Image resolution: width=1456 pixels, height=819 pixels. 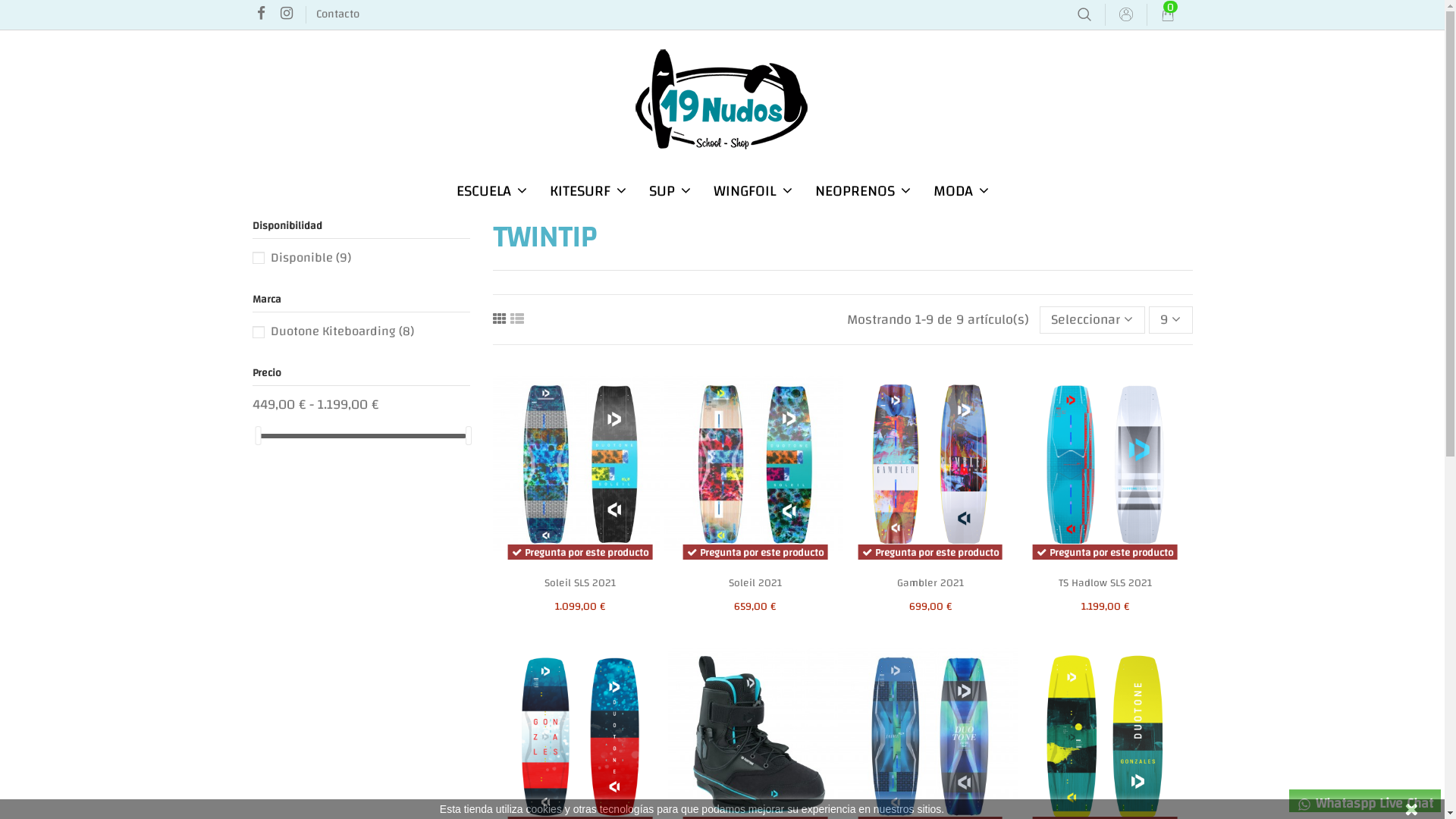 What do you see at coordinates (862, 190) in the screenshot?
I see `'NEOPRENOS'` at bounding box center [862, 190].